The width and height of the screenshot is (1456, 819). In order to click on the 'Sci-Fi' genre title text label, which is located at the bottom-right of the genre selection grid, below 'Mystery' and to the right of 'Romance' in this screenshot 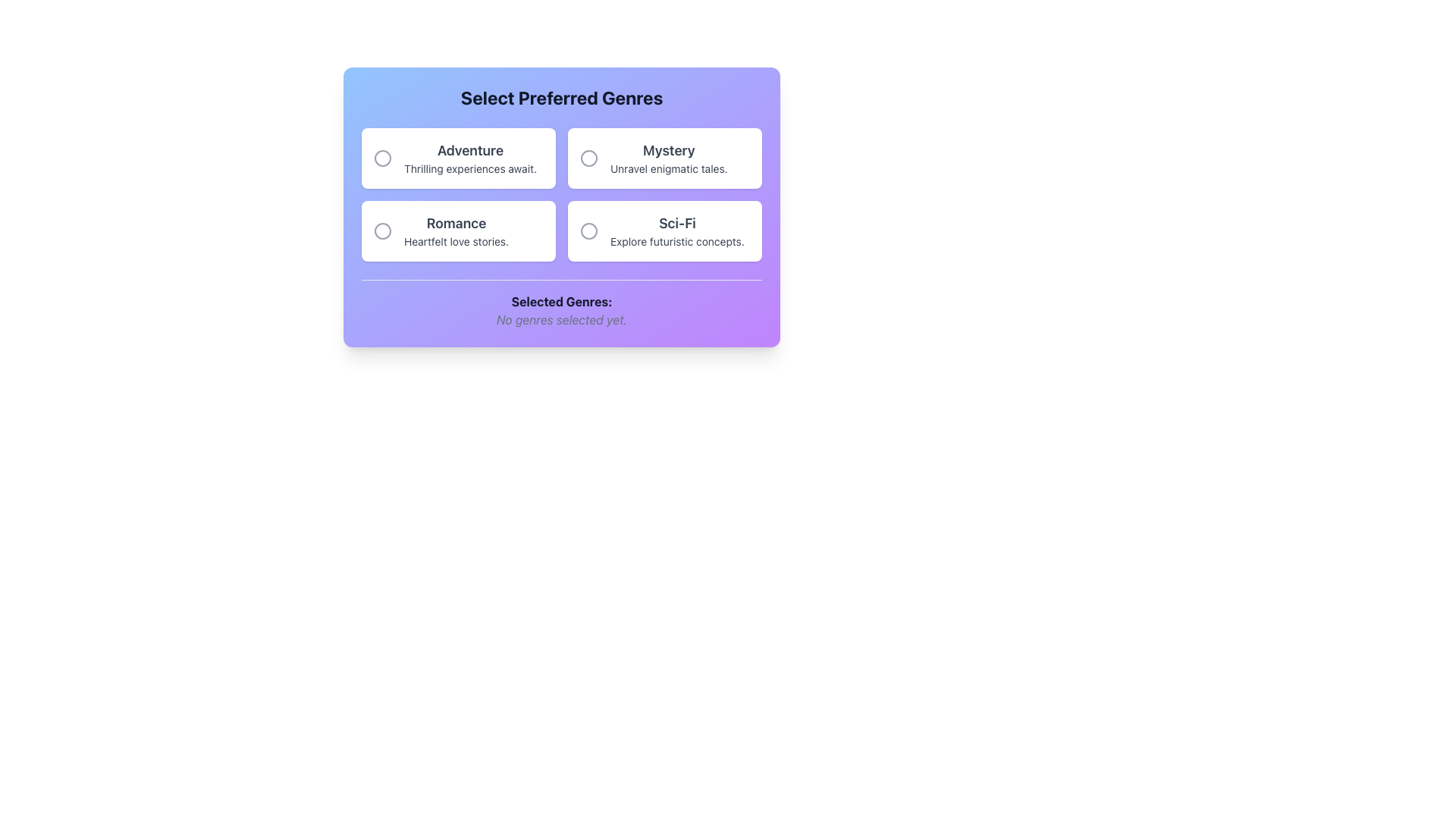, I will do `click(676, 223)`.